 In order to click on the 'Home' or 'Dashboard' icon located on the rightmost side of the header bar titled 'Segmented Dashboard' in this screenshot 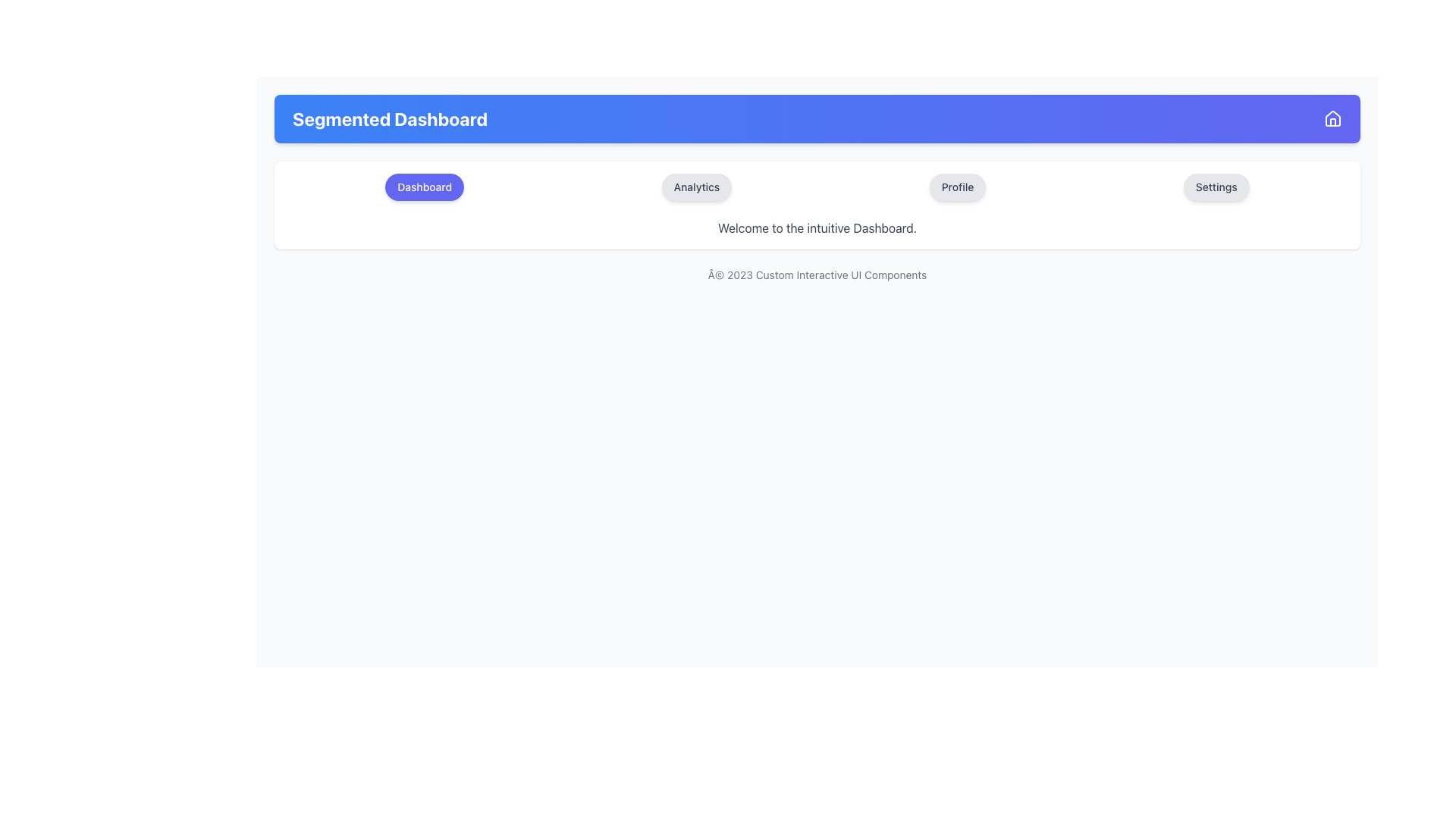, I will do `click(1332, 118)`.